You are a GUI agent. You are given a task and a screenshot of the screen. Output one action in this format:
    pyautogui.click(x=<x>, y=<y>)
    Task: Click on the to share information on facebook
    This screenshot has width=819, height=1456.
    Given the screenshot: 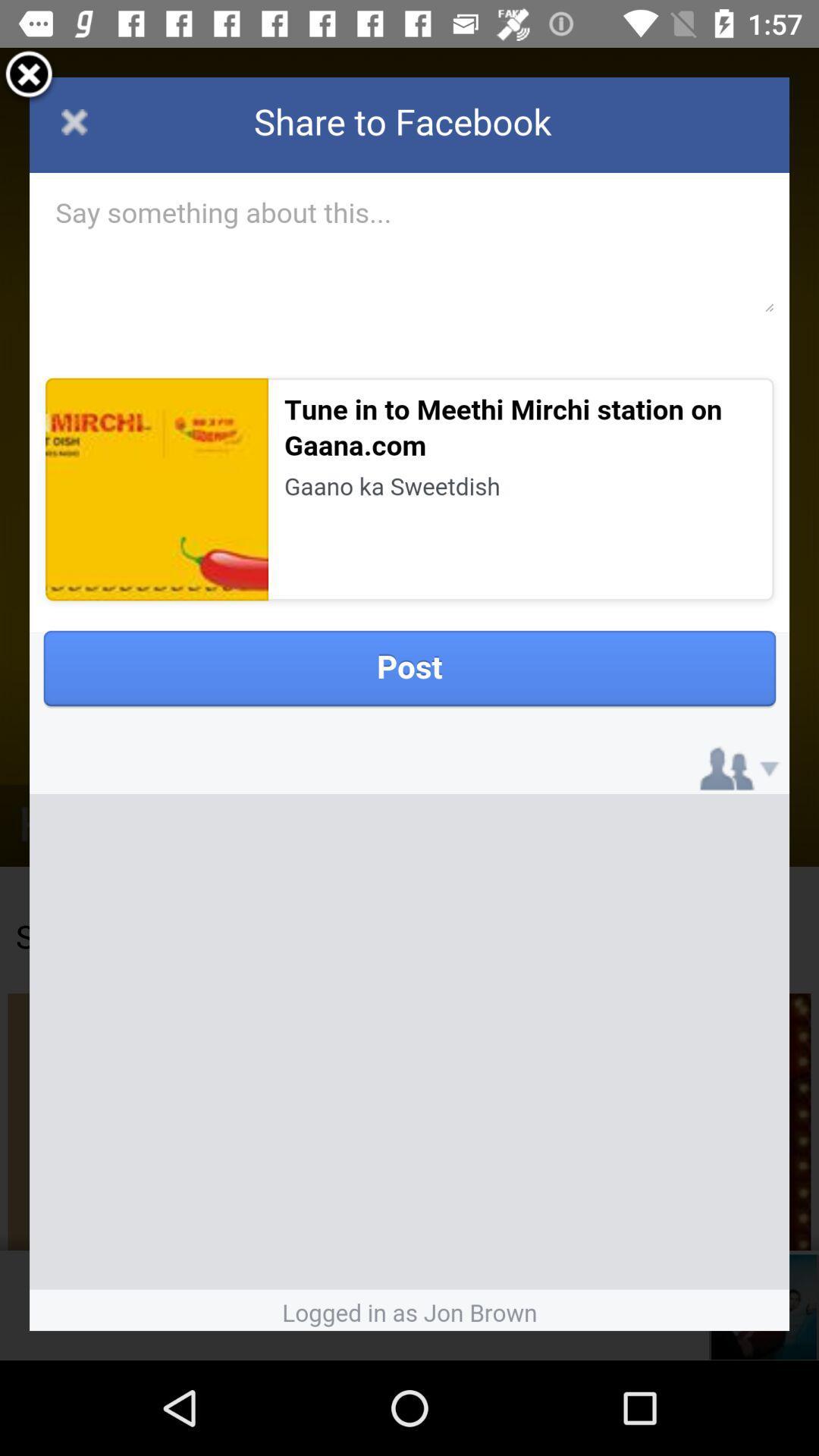 What is the action you would take?
    pyautogui.click(x=409, y=703)
    